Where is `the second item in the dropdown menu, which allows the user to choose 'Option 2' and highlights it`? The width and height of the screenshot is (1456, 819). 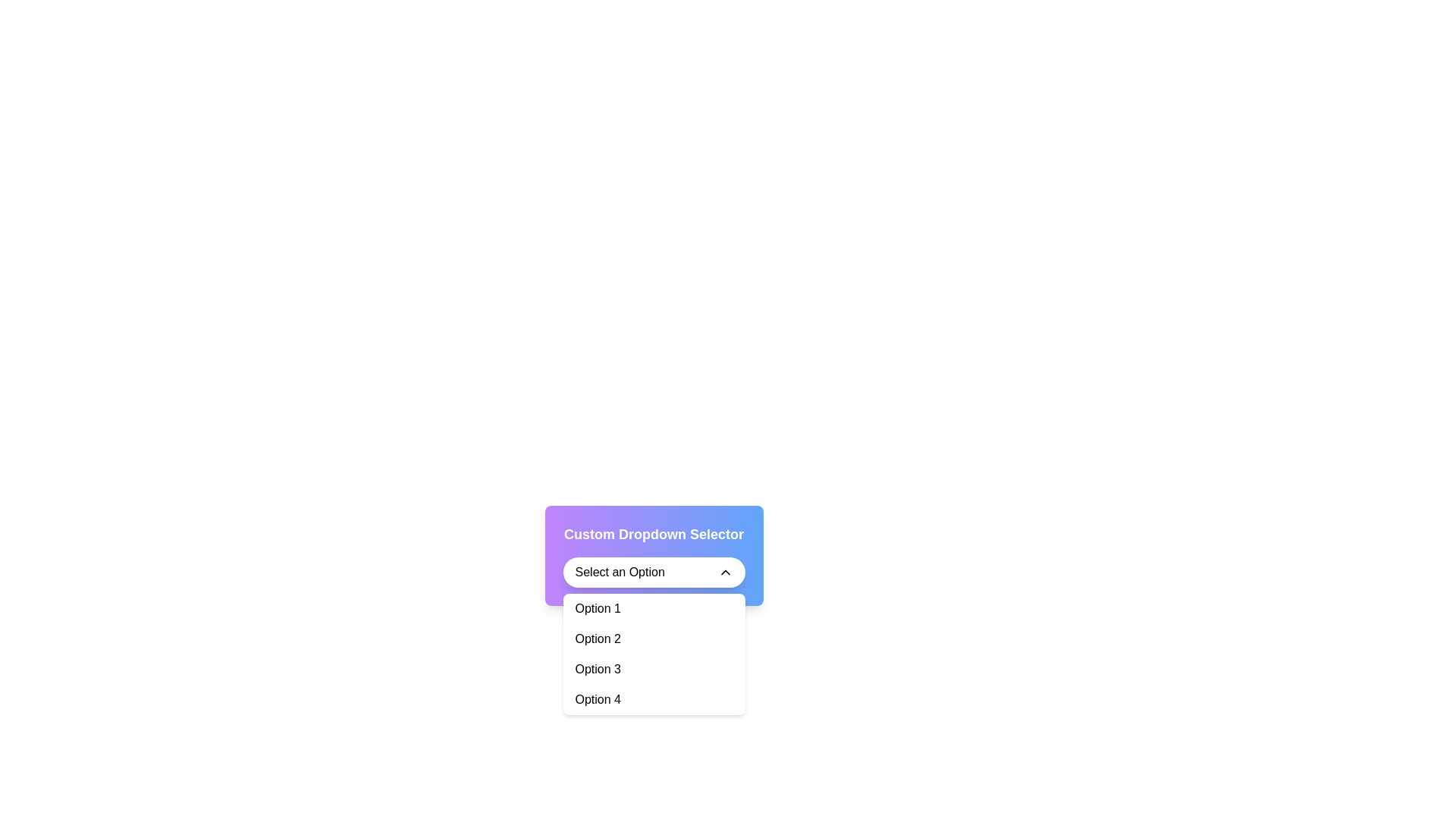 the second item in the dropdown menu, which allows the user to choose 'Option 2' and highlights it is located at coordinates (654, 639).